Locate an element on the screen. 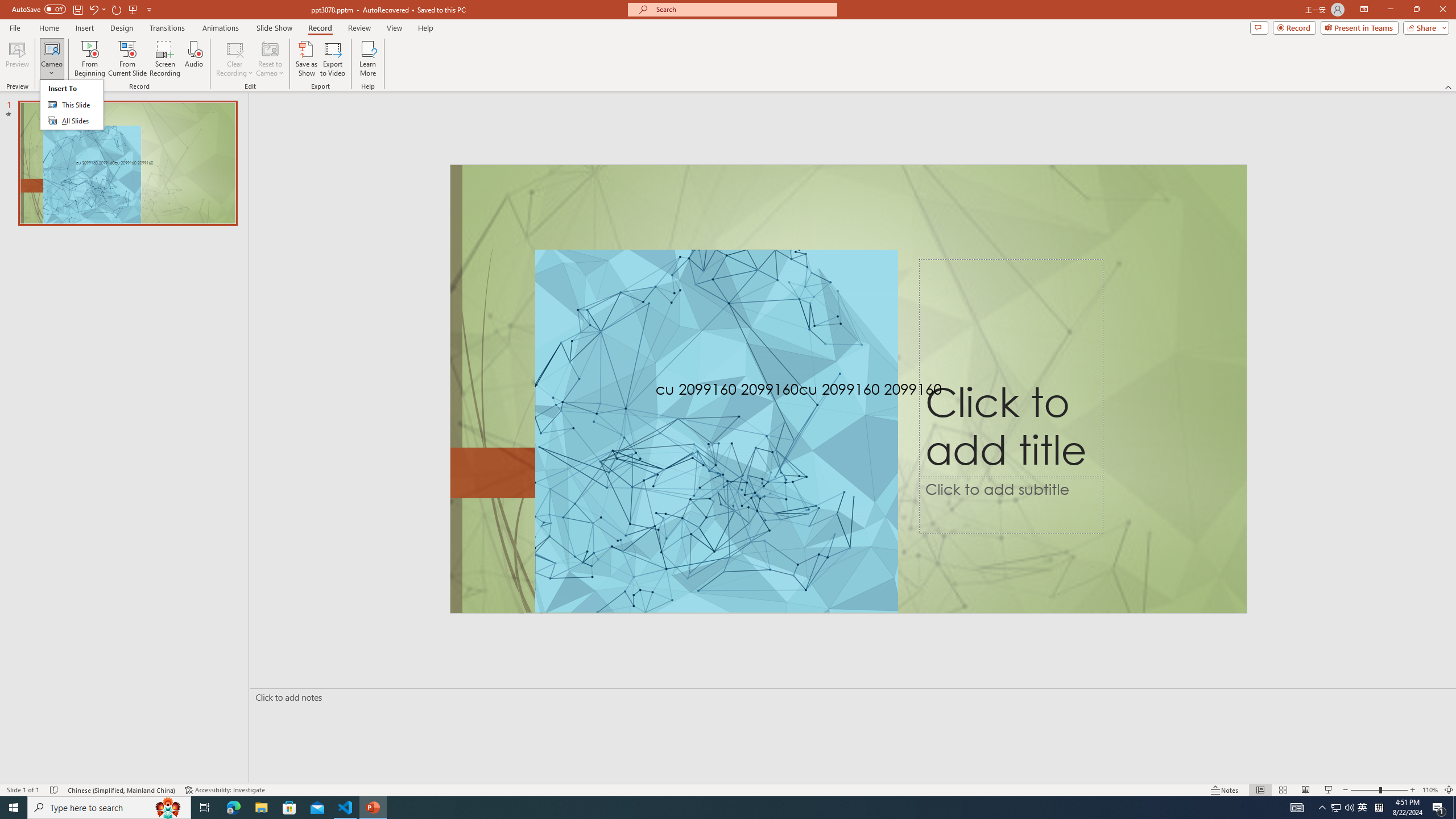  'Help' is located at coordinates (425, 28).